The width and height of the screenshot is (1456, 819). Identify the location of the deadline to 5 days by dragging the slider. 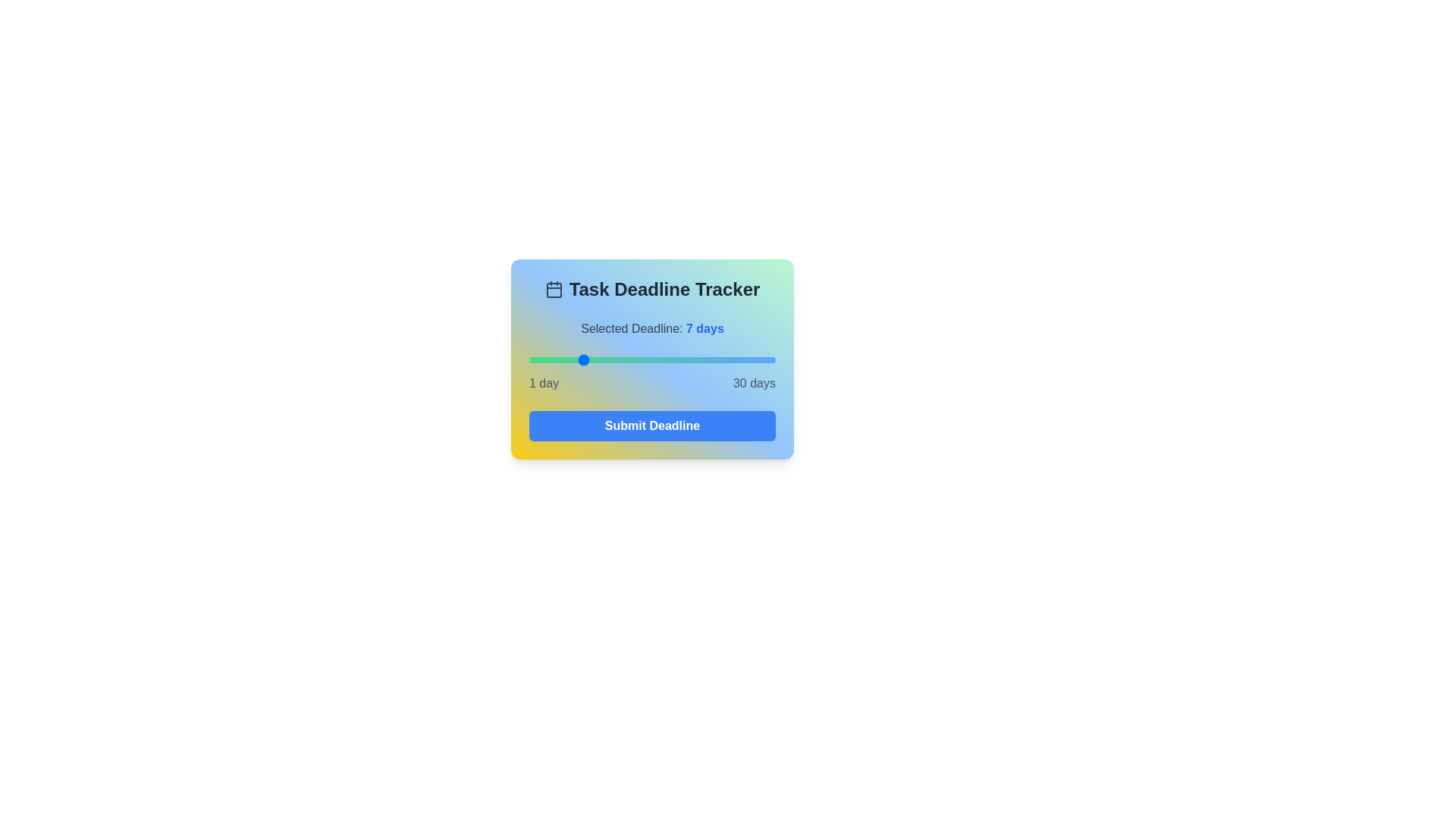
(562, 359).